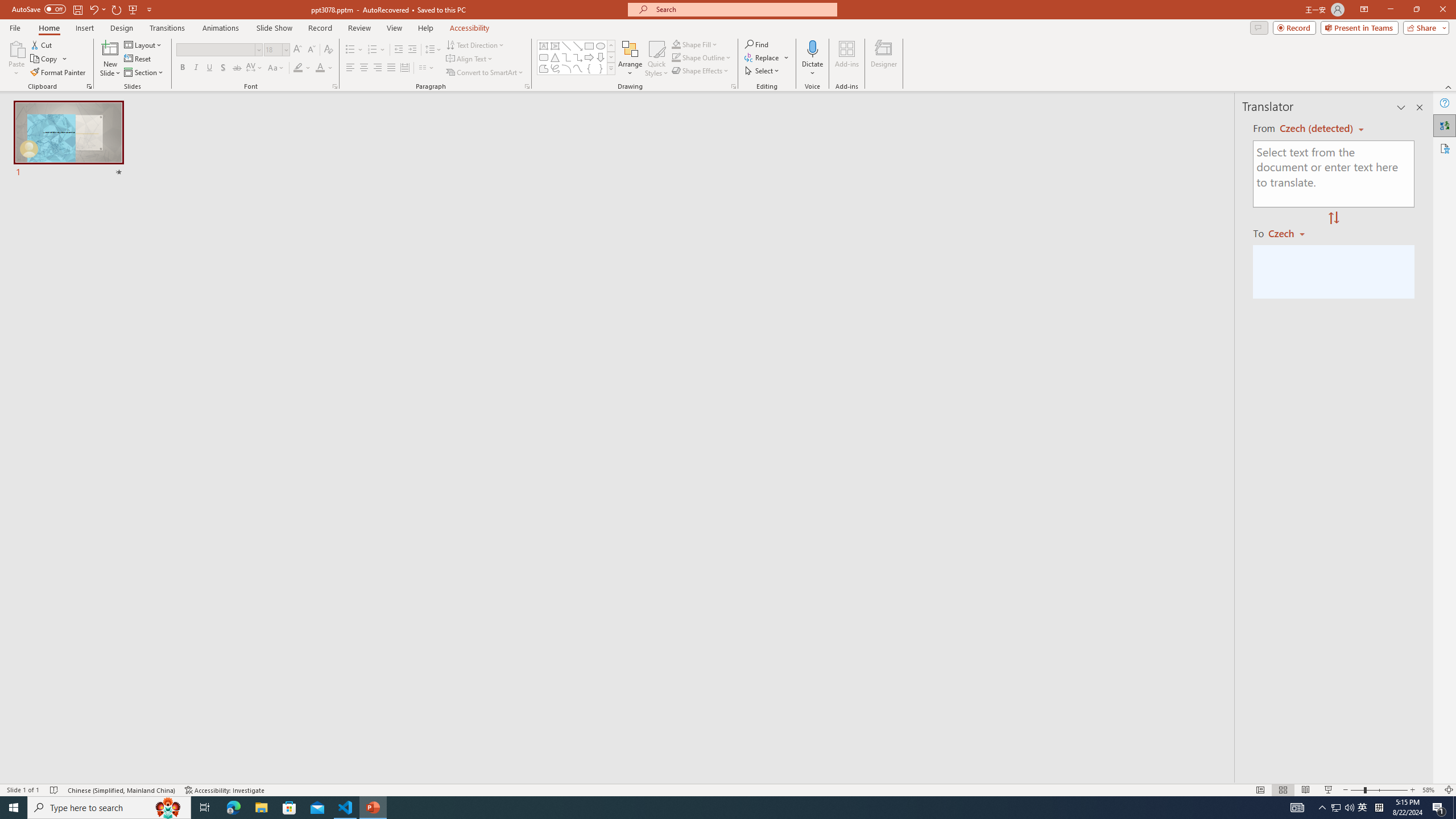 Image resolution: width=1456 pixels, height=819 pixels. Describe the element at coordinates (1291, 233) in the screenshot. I see `'Czech'` at that location.